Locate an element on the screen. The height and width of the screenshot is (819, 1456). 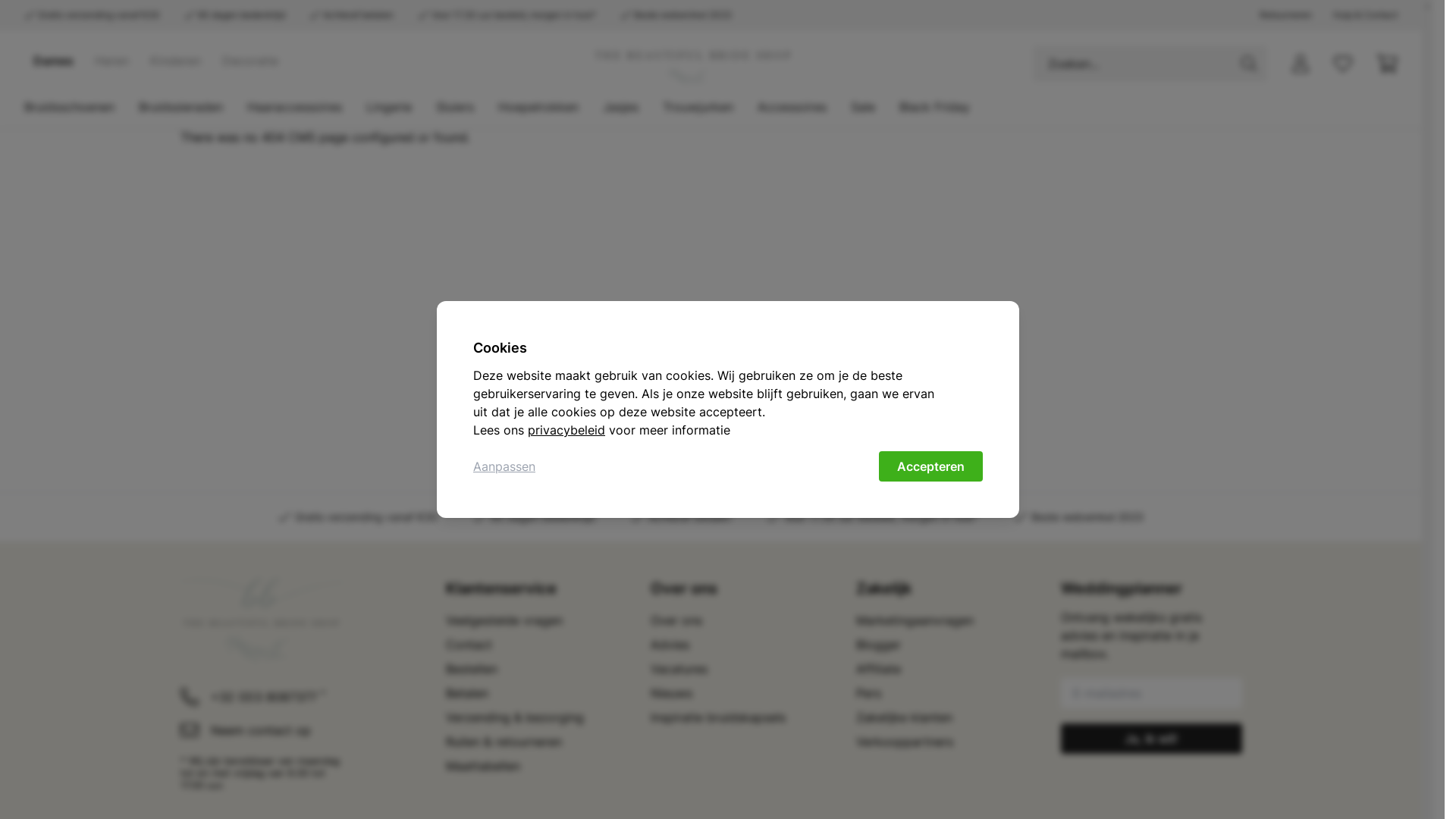
'Decoratie' is located at coordinates (250, 60).